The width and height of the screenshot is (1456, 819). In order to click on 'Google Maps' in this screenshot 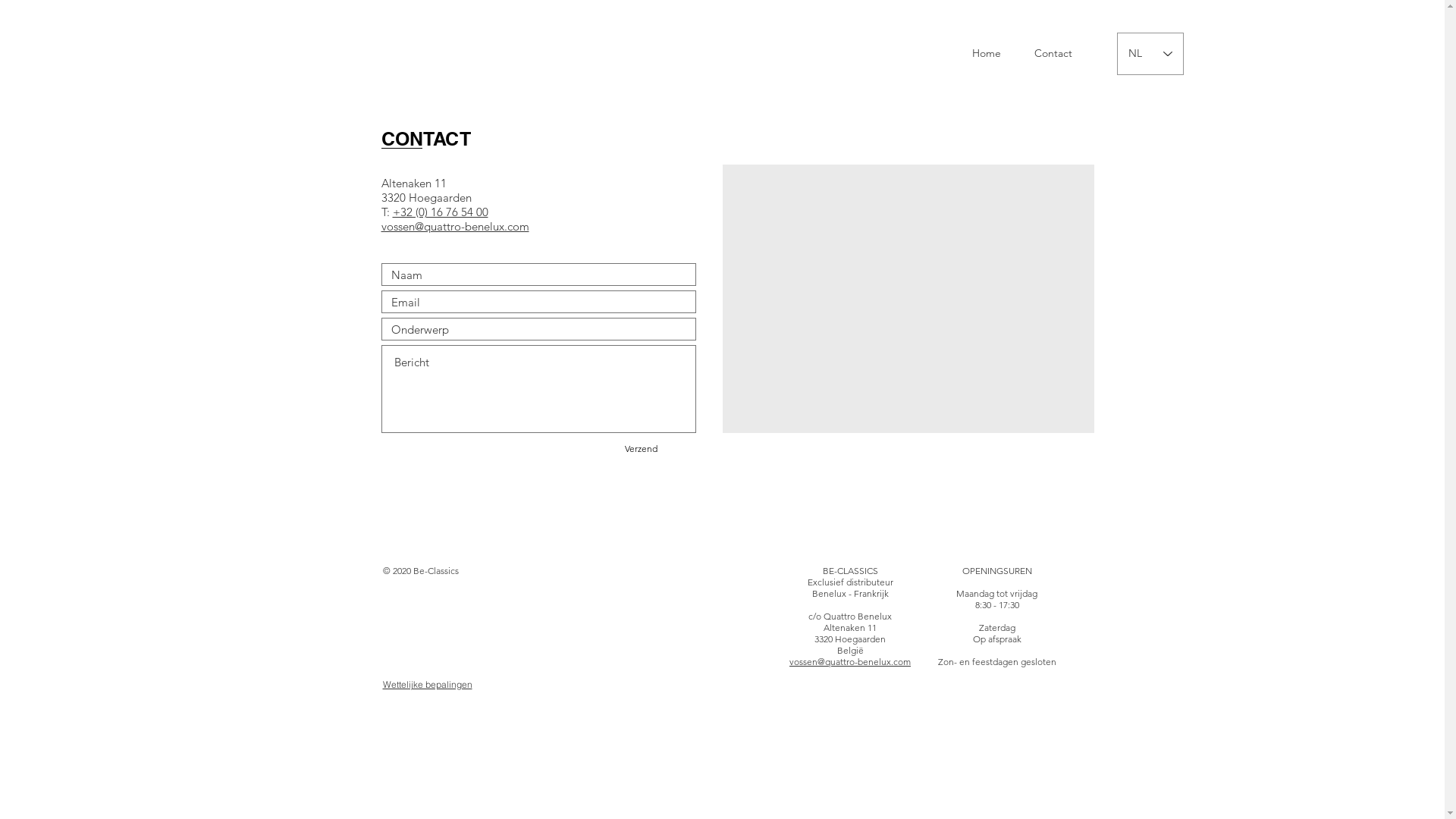, I will do `click(908, 298)`.